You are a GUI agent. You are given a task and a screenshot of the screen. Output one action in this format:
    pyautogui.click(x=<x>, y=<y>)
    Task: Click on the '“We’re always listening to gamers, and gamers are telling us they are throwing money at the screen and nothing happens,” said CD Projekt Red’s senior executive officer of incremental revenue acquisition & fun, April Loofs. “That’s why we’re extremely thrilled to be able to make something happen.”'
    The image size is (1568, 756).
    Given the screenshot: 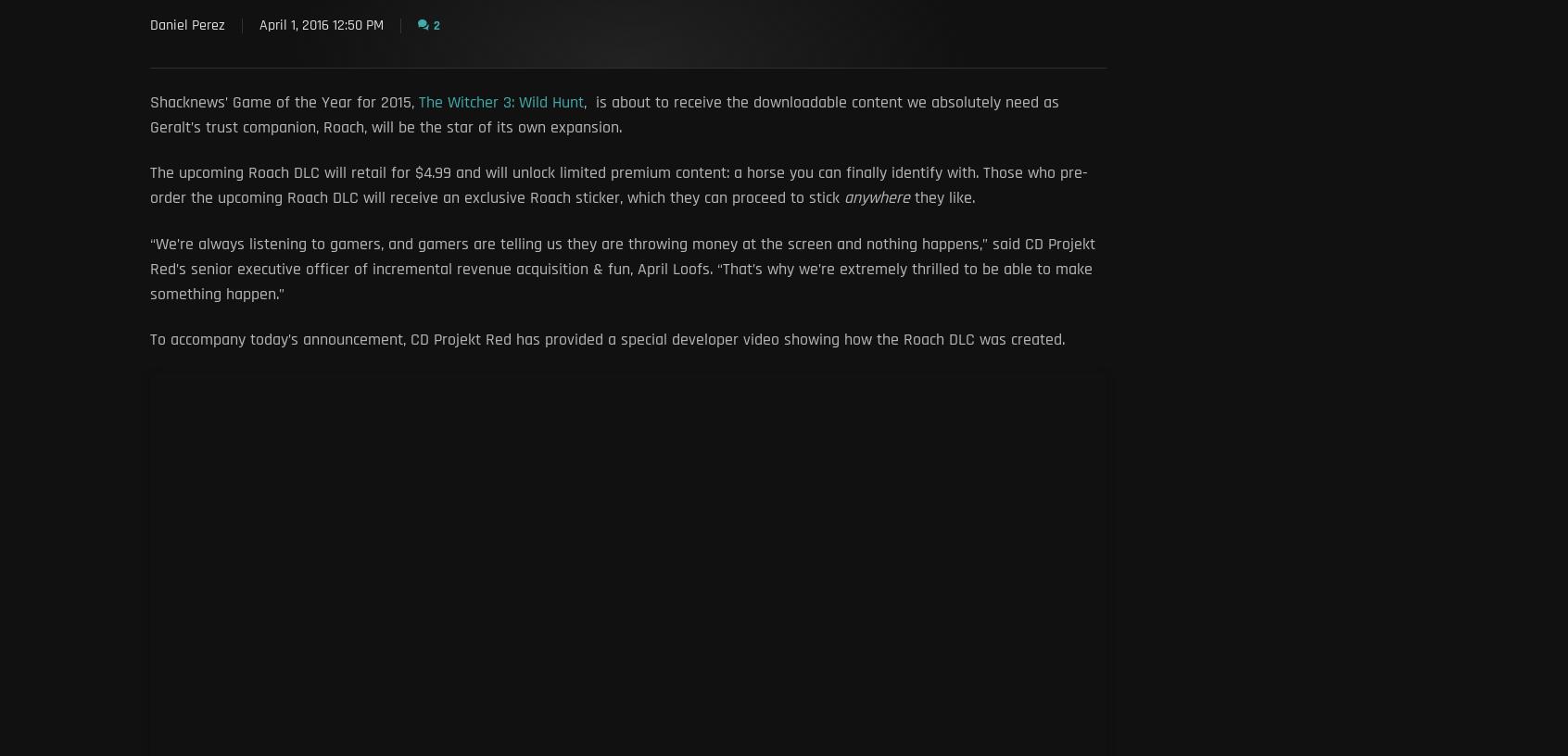 What is the action you would take?
    pyautogui.click(x=623, y=267)
    